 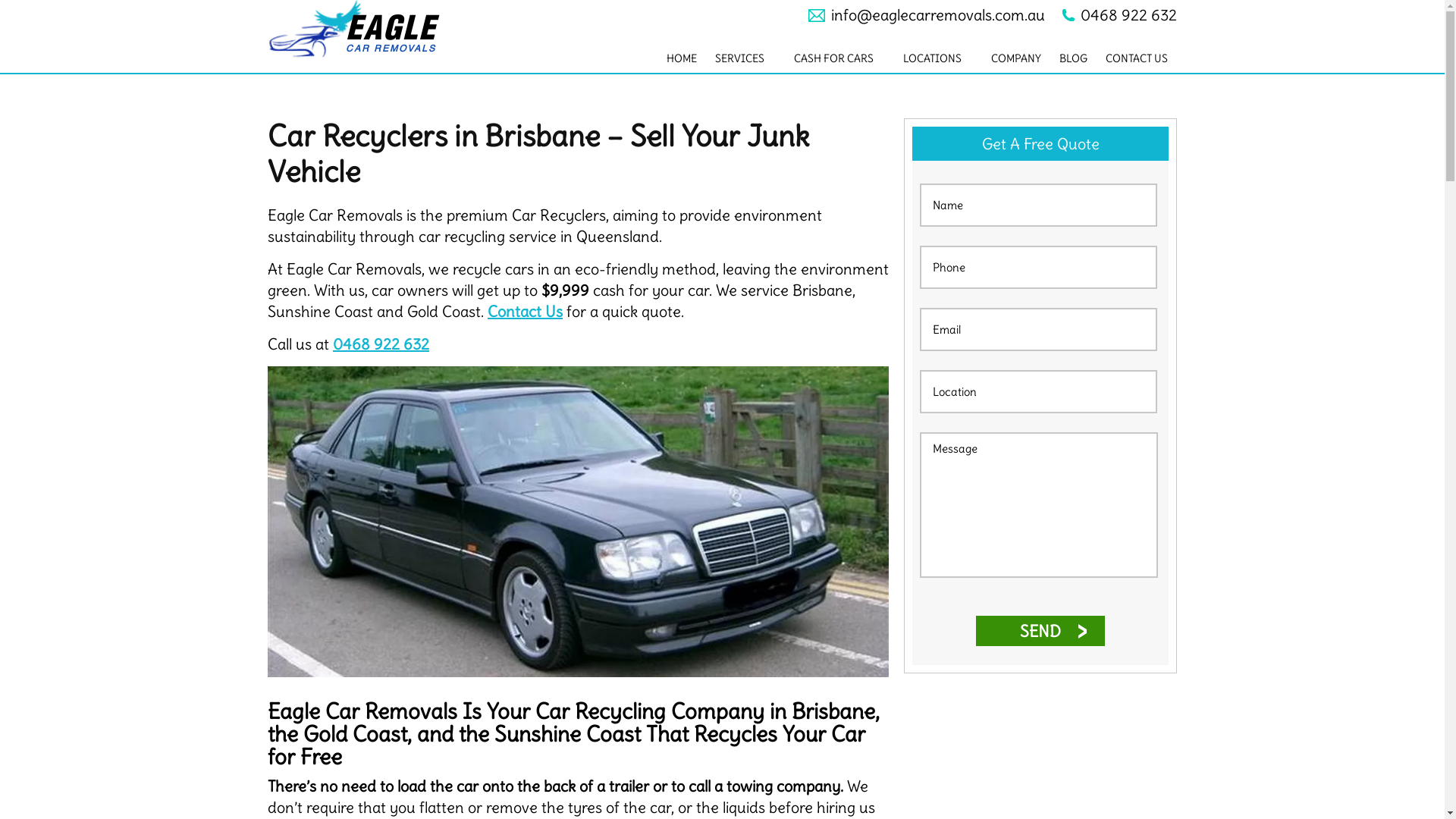 I want to click on '0468 922 632', so click(x=381, y=344).